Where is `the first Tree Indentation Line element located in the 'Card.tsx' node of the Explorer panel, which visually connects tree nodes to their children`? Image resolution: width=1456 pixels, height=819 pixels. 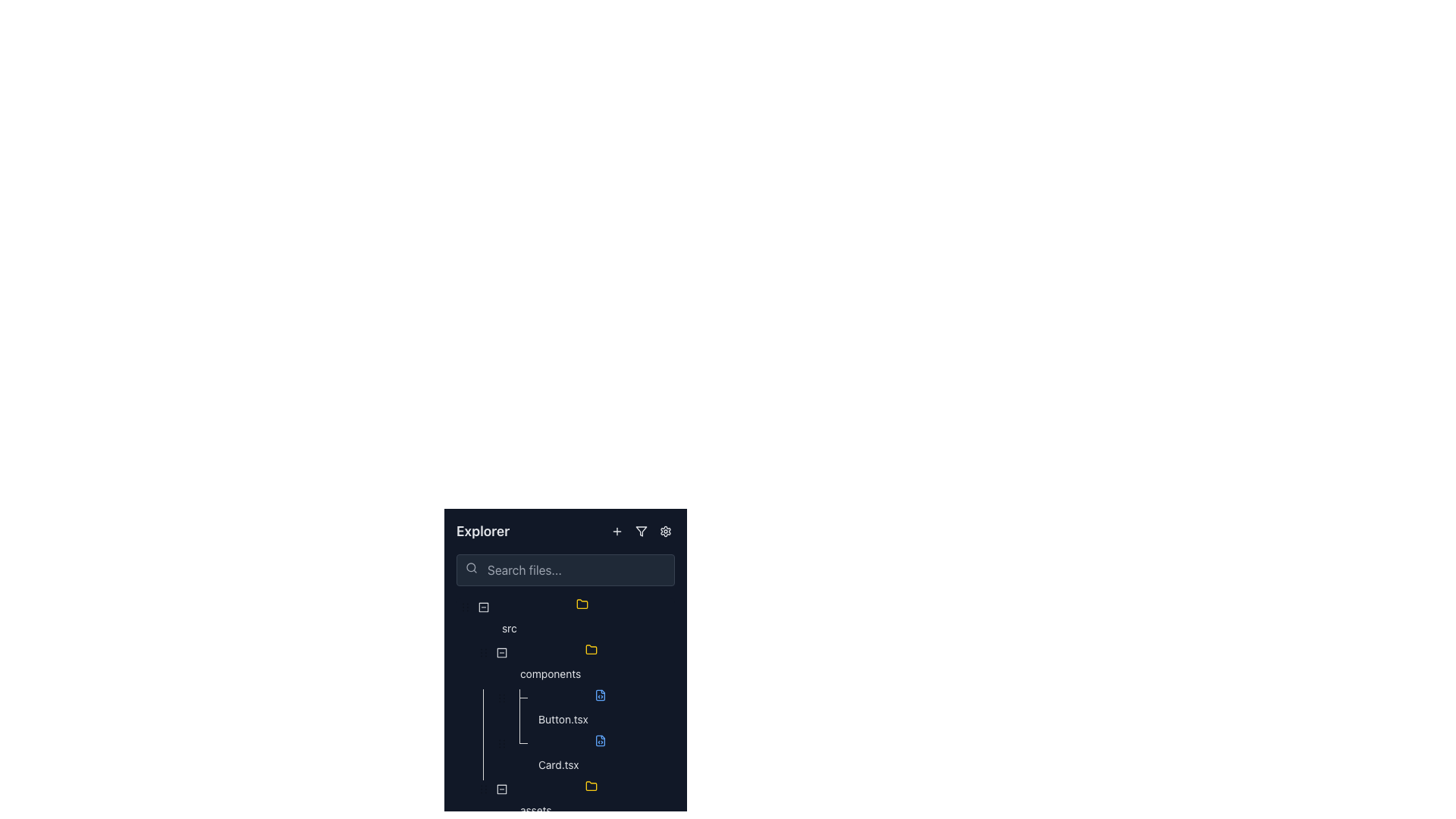 the first Tree Indentation Line element located in the 'Card.tsx' node of the Explorer panel, which visually connects tree nodes to their children is located at coordinates (473, 755).